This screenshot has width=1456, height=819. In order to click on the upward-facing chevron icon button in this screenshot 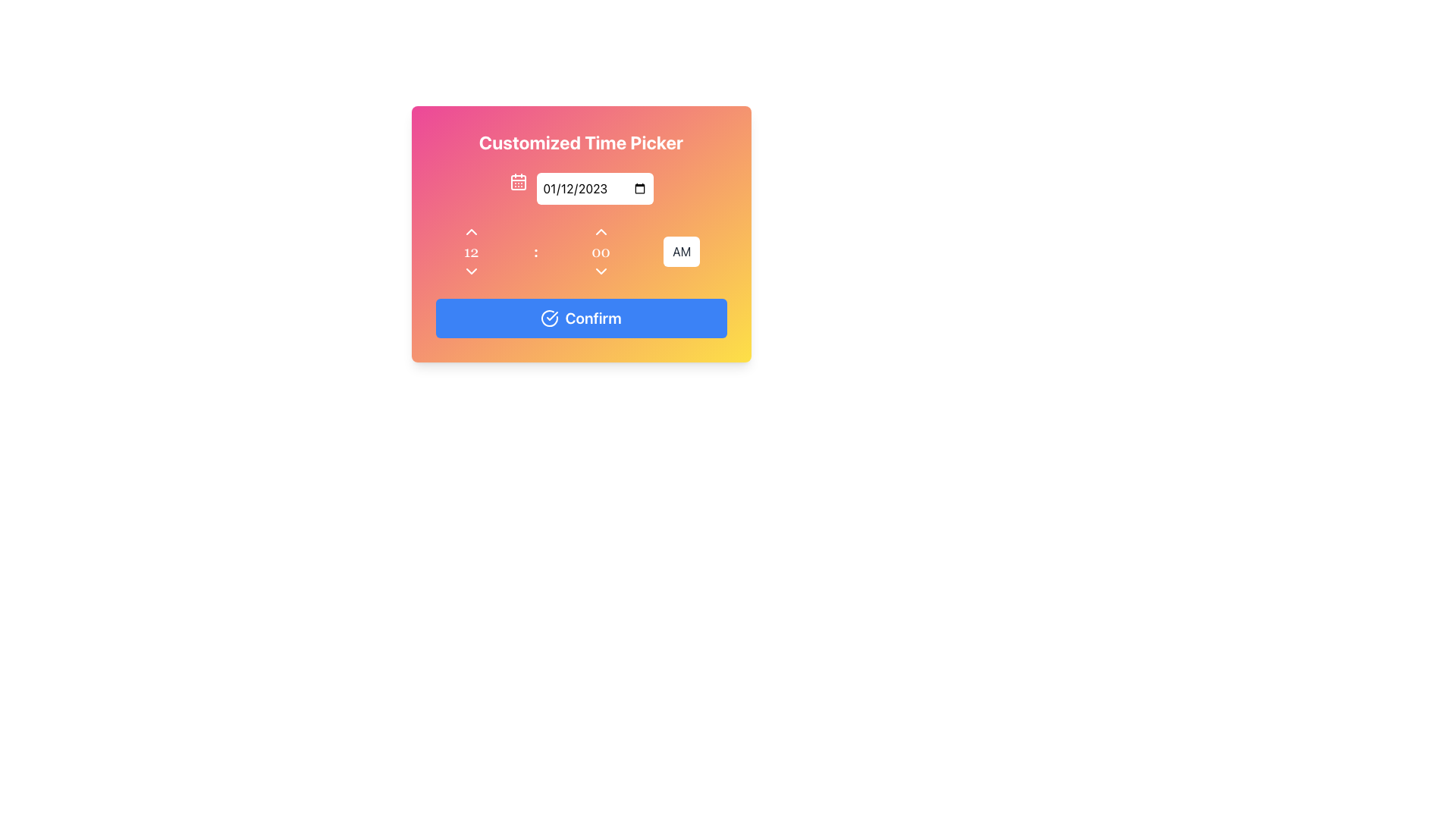, I will do `click(600, 231)`.